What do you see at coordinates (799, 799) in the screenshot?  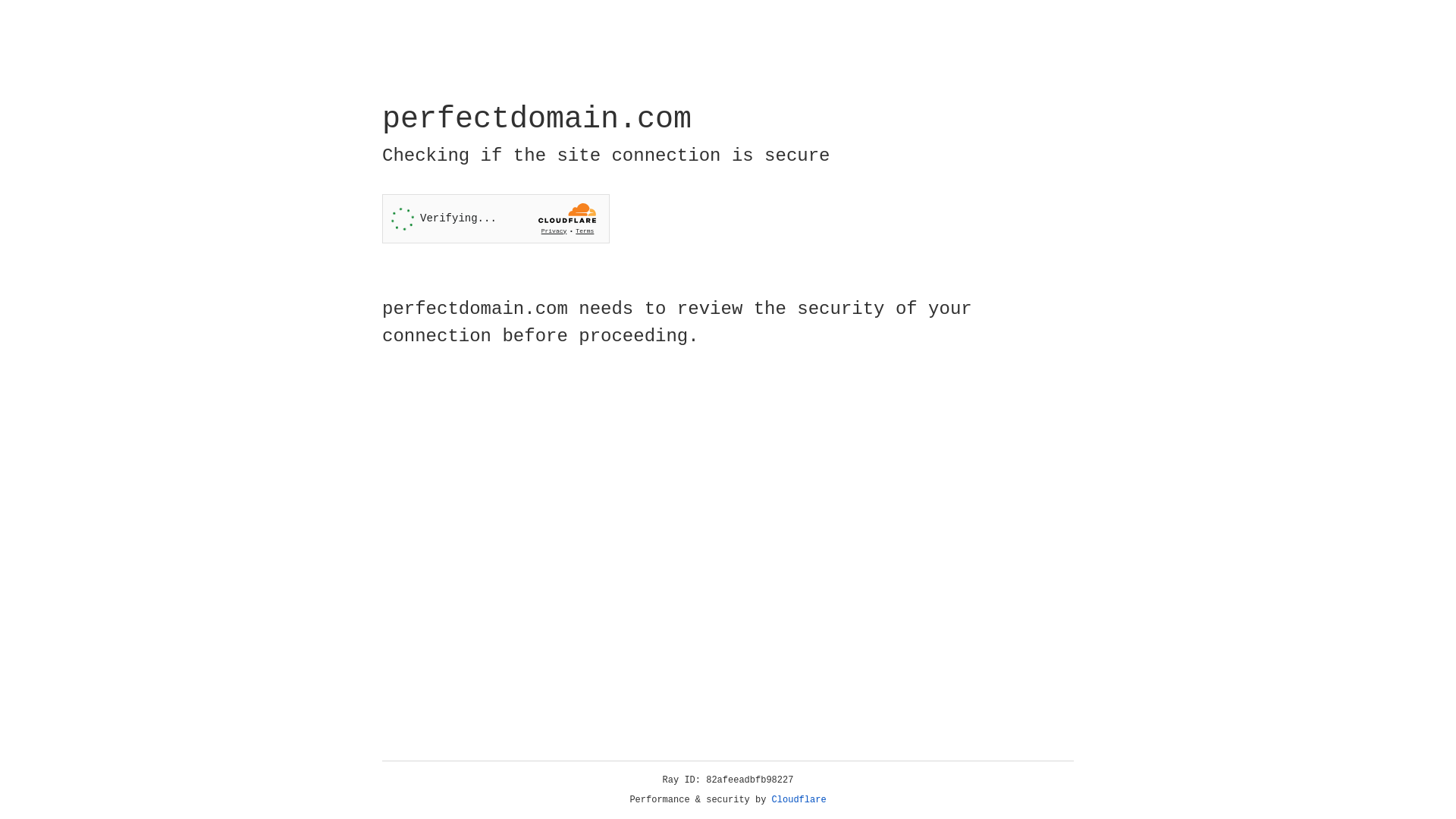 I see `'Cloudflare'` at bounding box center [799, 799].